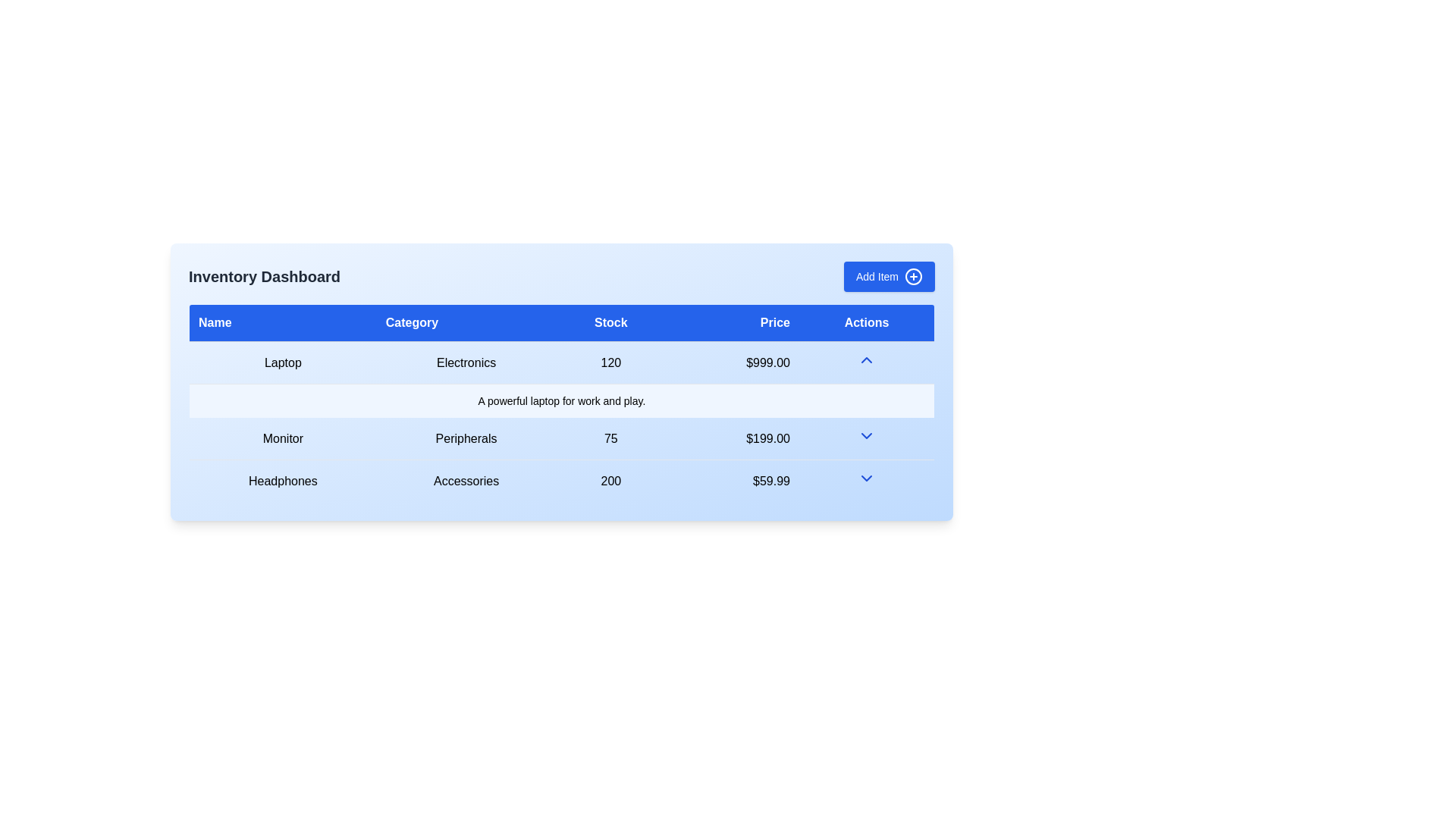 The width and height of the screenshot is (1456, 819). What do you see at coordinates (733, 362) in the screenshot?
I see `the price value displayed in the Text Label located in the 'Price' column of the table, next to the 'Stock' cell for the 'Laptop' item in the 'Electronics' category` at bounding box center [733, 362].